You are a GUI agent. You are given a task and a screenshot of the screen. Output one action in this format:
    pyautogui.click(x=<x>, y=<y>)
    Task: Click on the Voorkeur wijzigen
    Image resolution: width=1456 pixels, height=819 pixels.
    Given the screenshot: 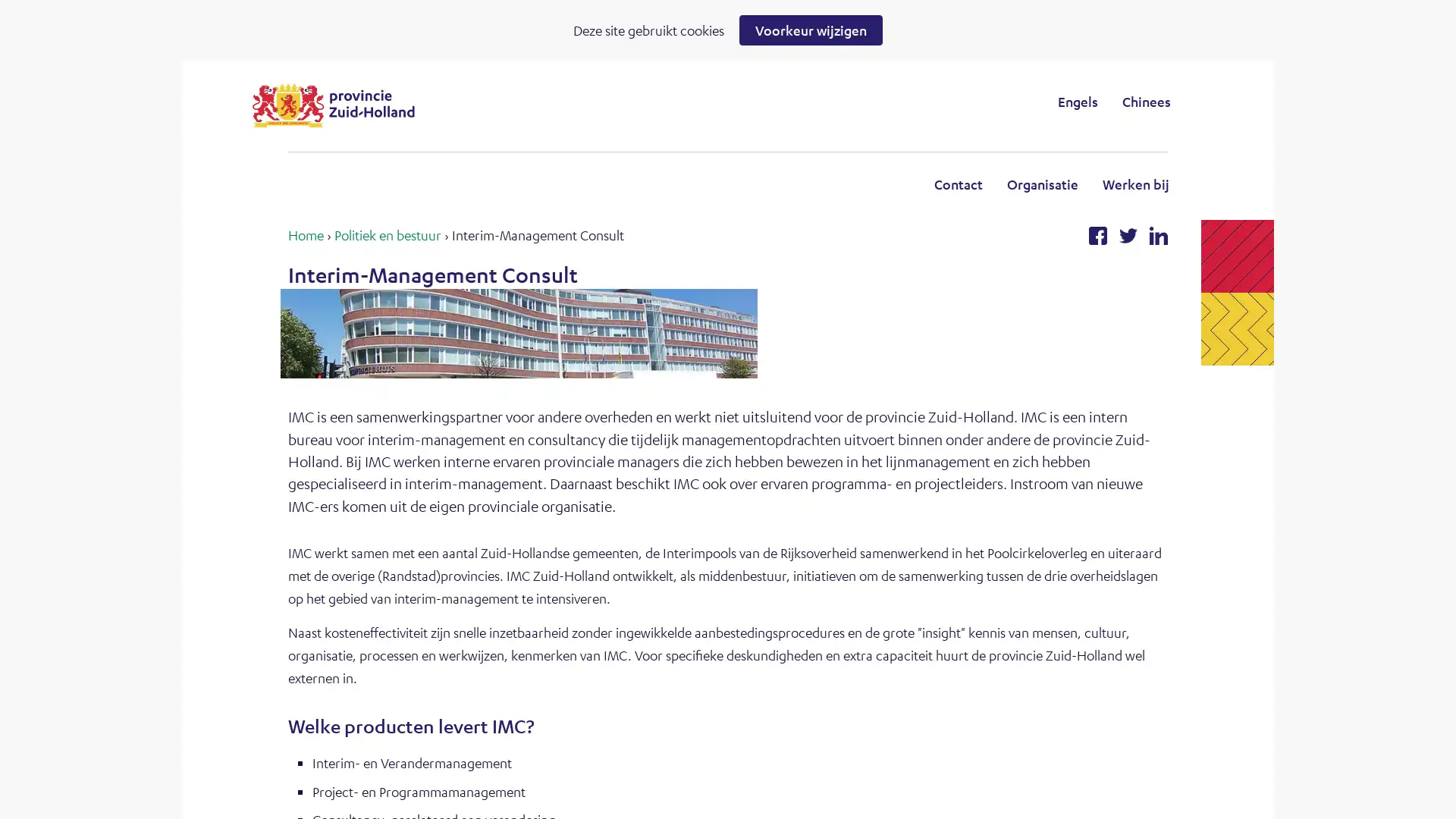 What is the action you would take?
    pyautogui.click(x=810, y=30)
    